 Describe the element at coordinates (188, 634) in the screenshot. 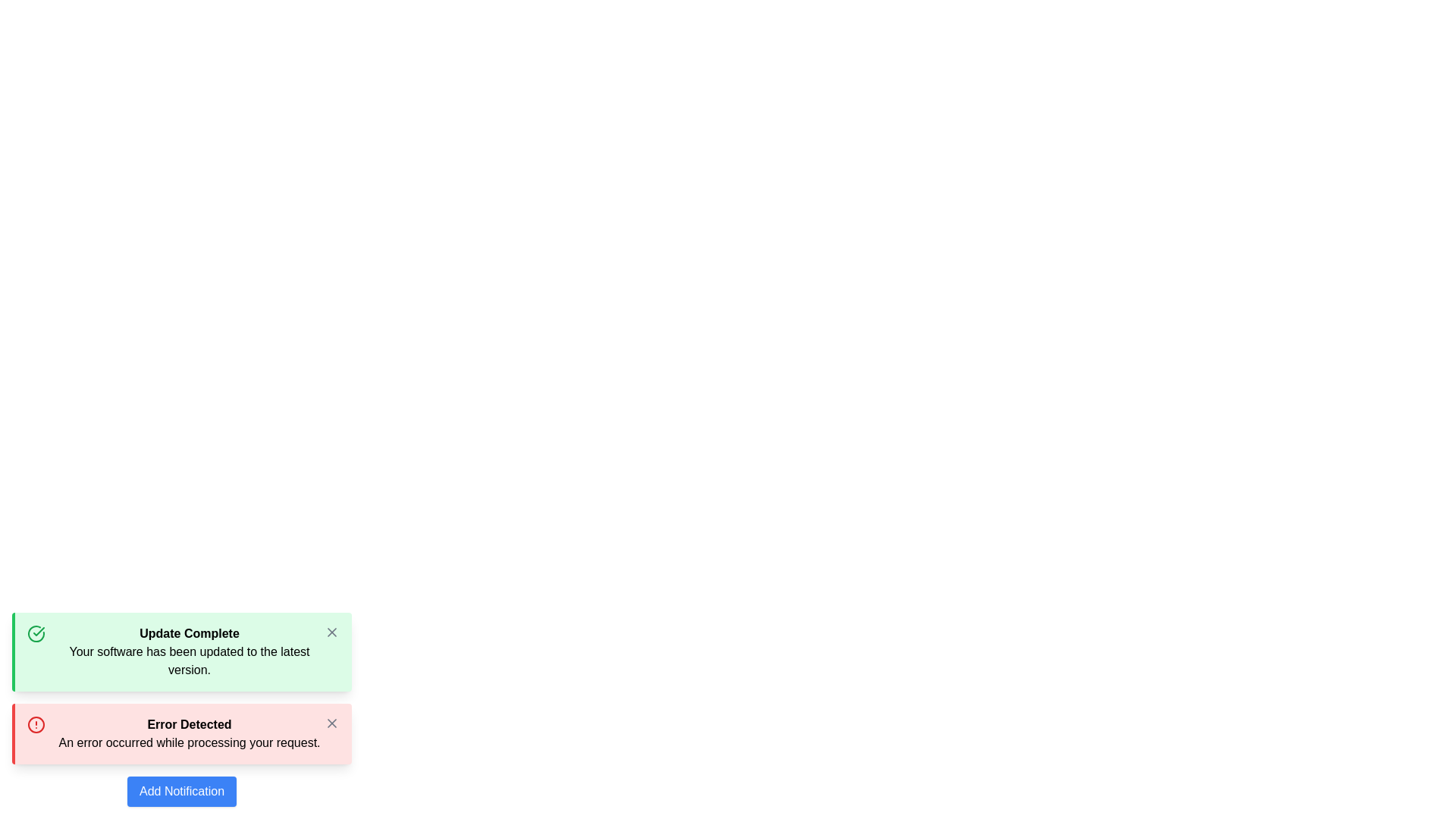

I see `the title text element located at the upper section of the light green notification card, which summarizes the purpose of the notification` at that location.